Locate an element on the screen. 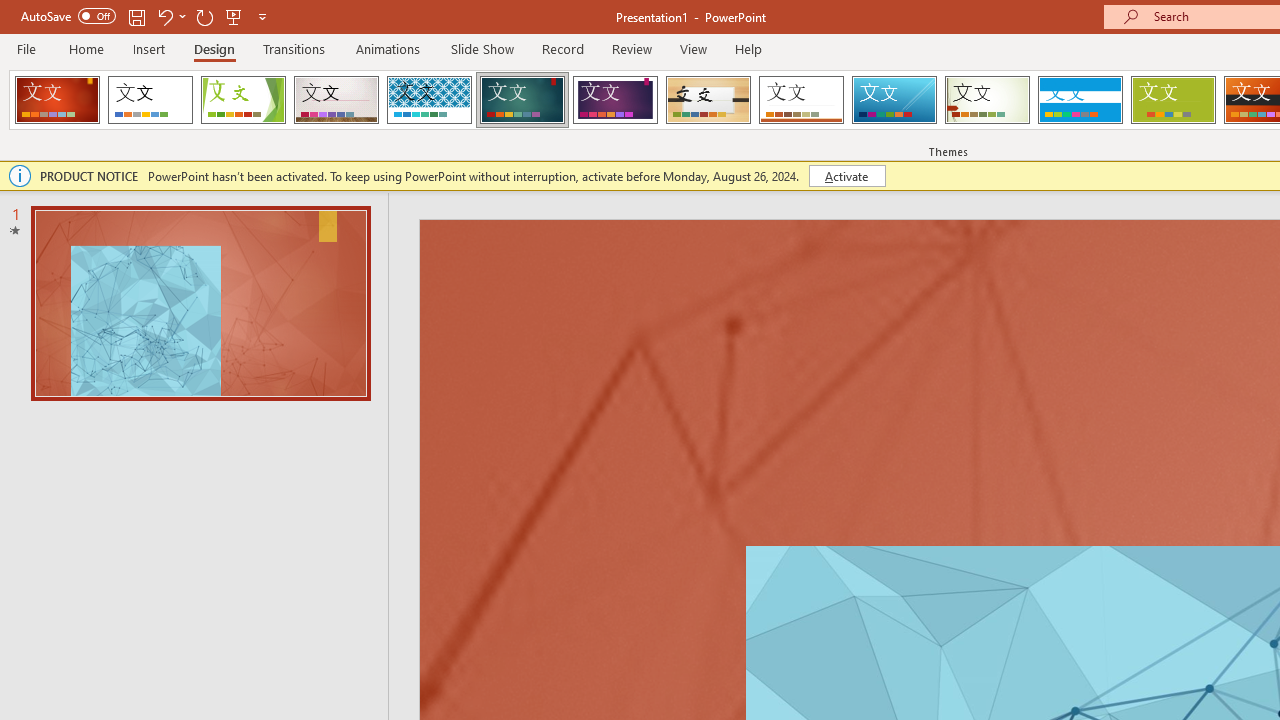 The height and width of the screenshot is (720, 1280). 'Ion Boardroom' is located at coordinates (614, 100).